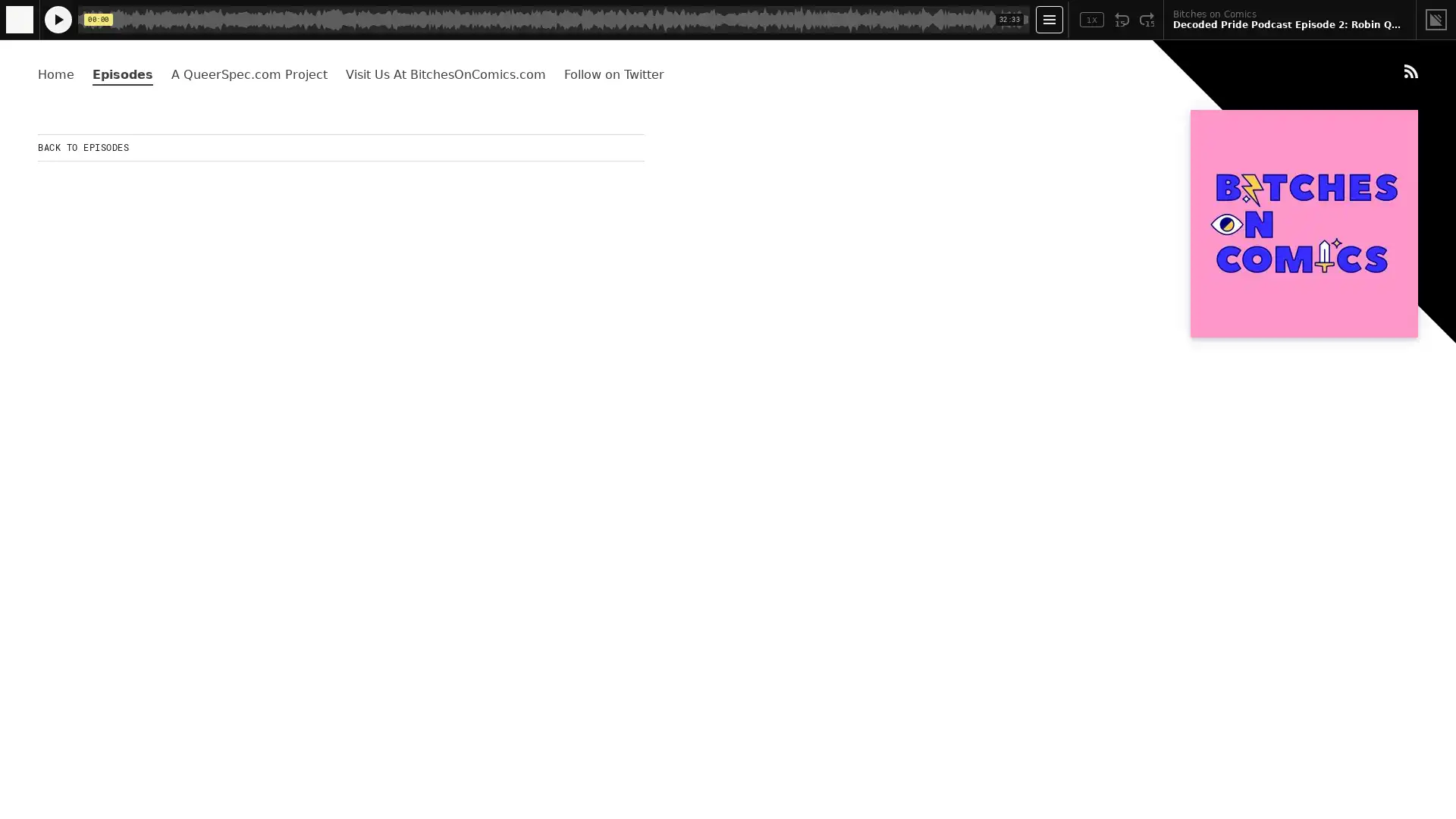 The width and height of the screenshot is (1456, 819). I want to click on Play, so click(58, 20).